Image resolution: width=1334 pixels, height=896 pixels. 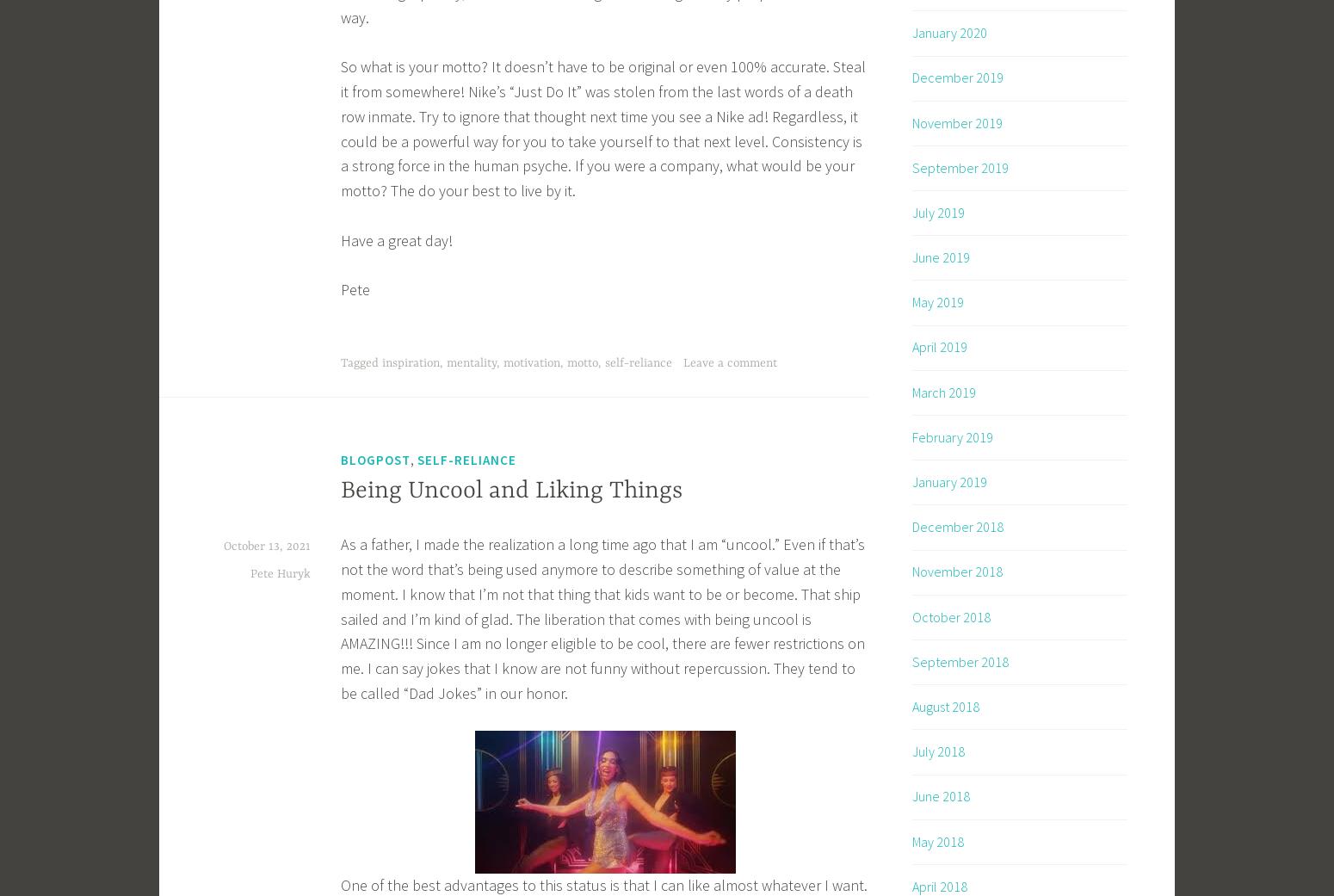 I want to click on 'January 2019', so click(x=948, y=481).